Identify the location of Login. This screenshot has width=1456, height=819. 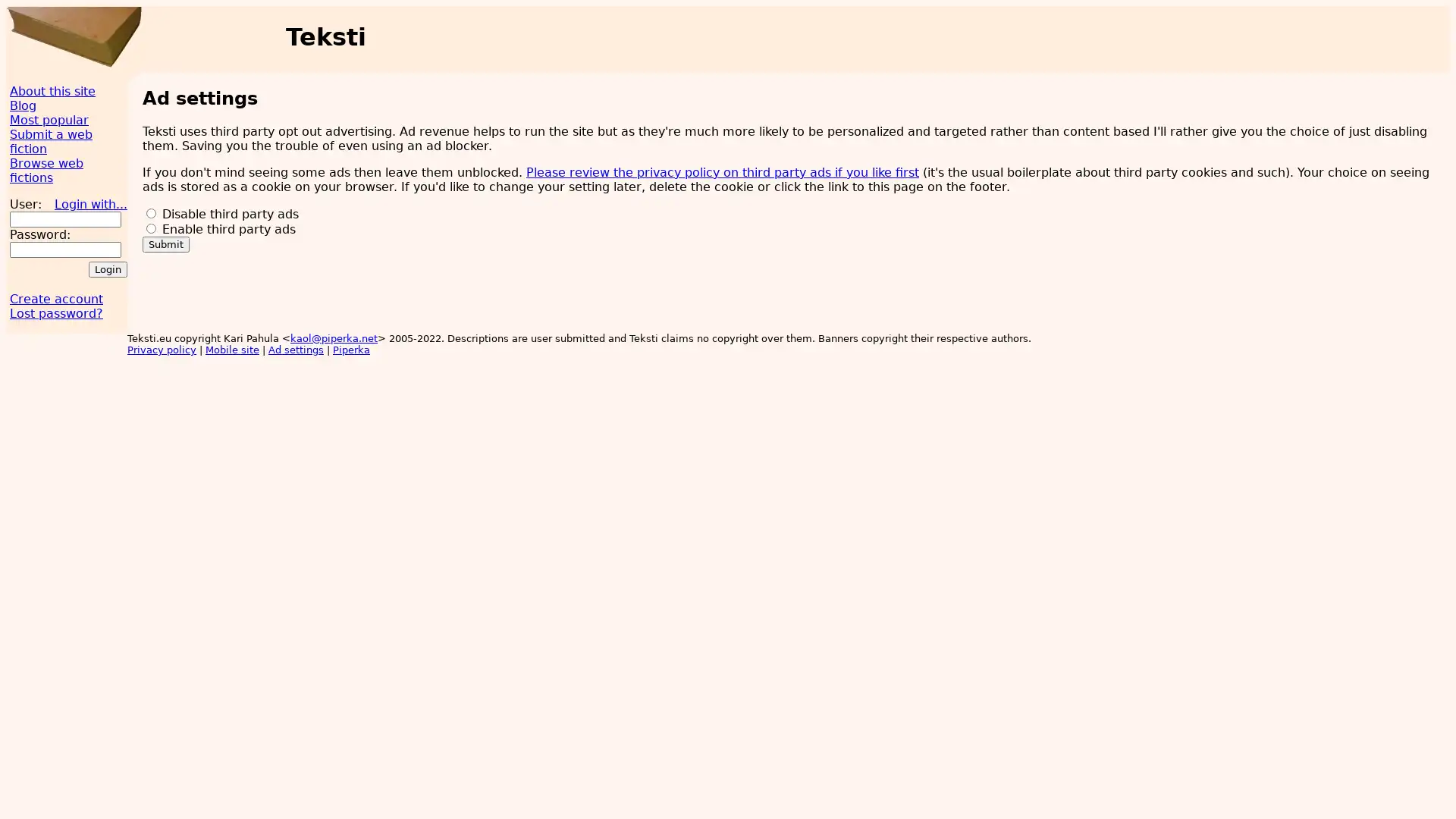
(107, 268).